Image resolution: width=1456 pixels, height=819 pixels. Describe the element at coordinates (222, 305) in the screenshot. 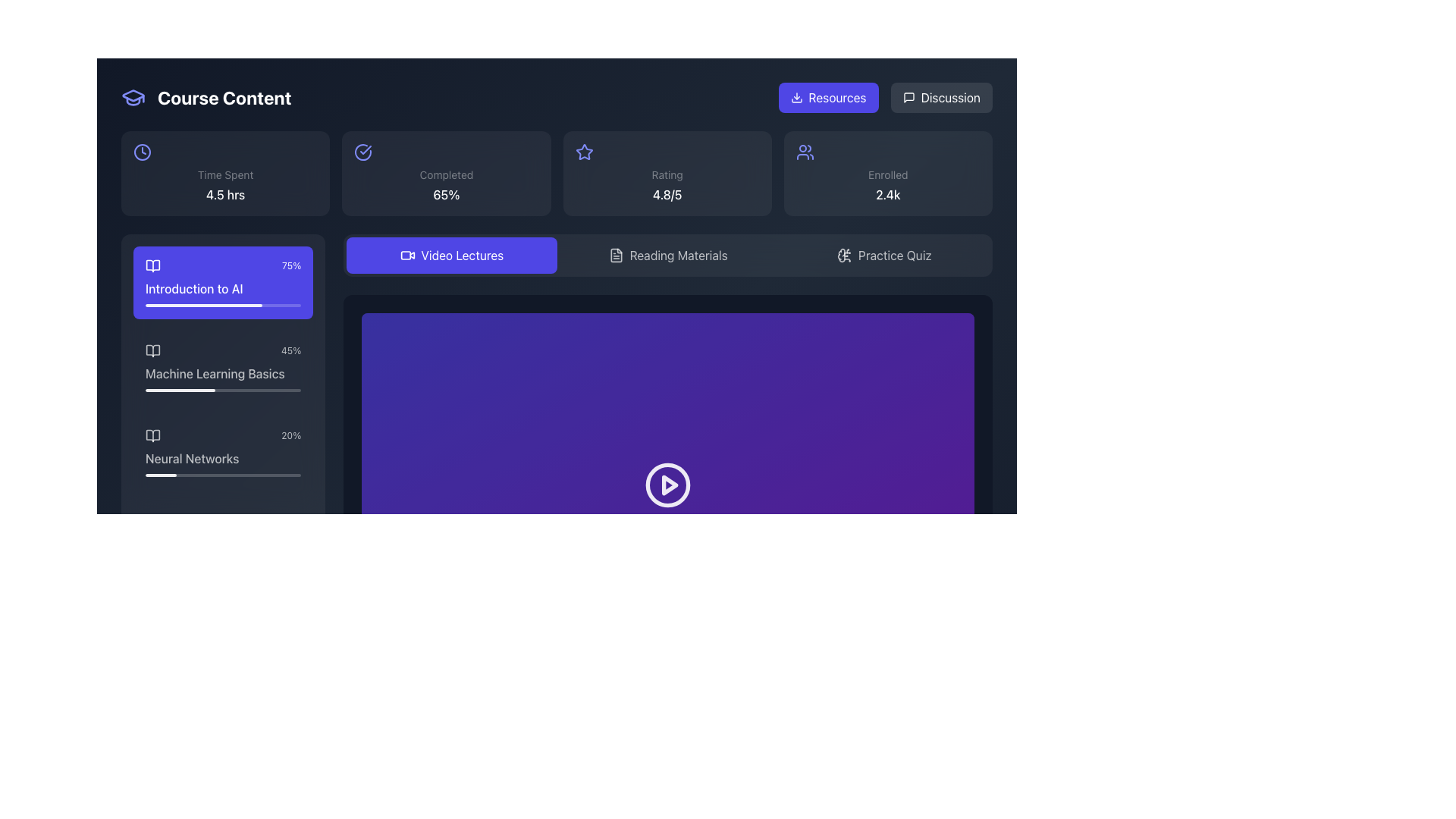

I see `the Progress Bar located at the bottom of the 'Introduction to AI' course card, which visually indicates the completion status of the course` at that location.